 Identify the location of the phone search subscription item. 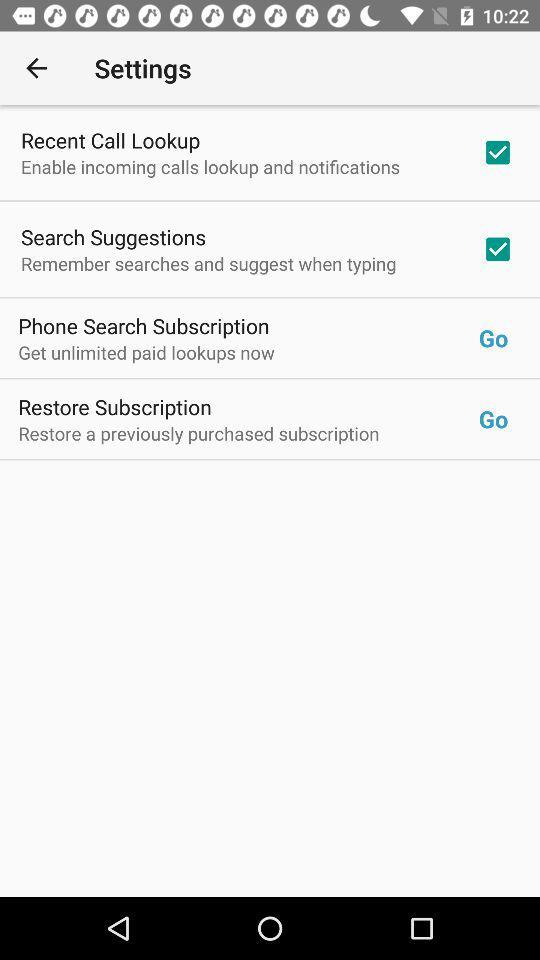
(143, 325).